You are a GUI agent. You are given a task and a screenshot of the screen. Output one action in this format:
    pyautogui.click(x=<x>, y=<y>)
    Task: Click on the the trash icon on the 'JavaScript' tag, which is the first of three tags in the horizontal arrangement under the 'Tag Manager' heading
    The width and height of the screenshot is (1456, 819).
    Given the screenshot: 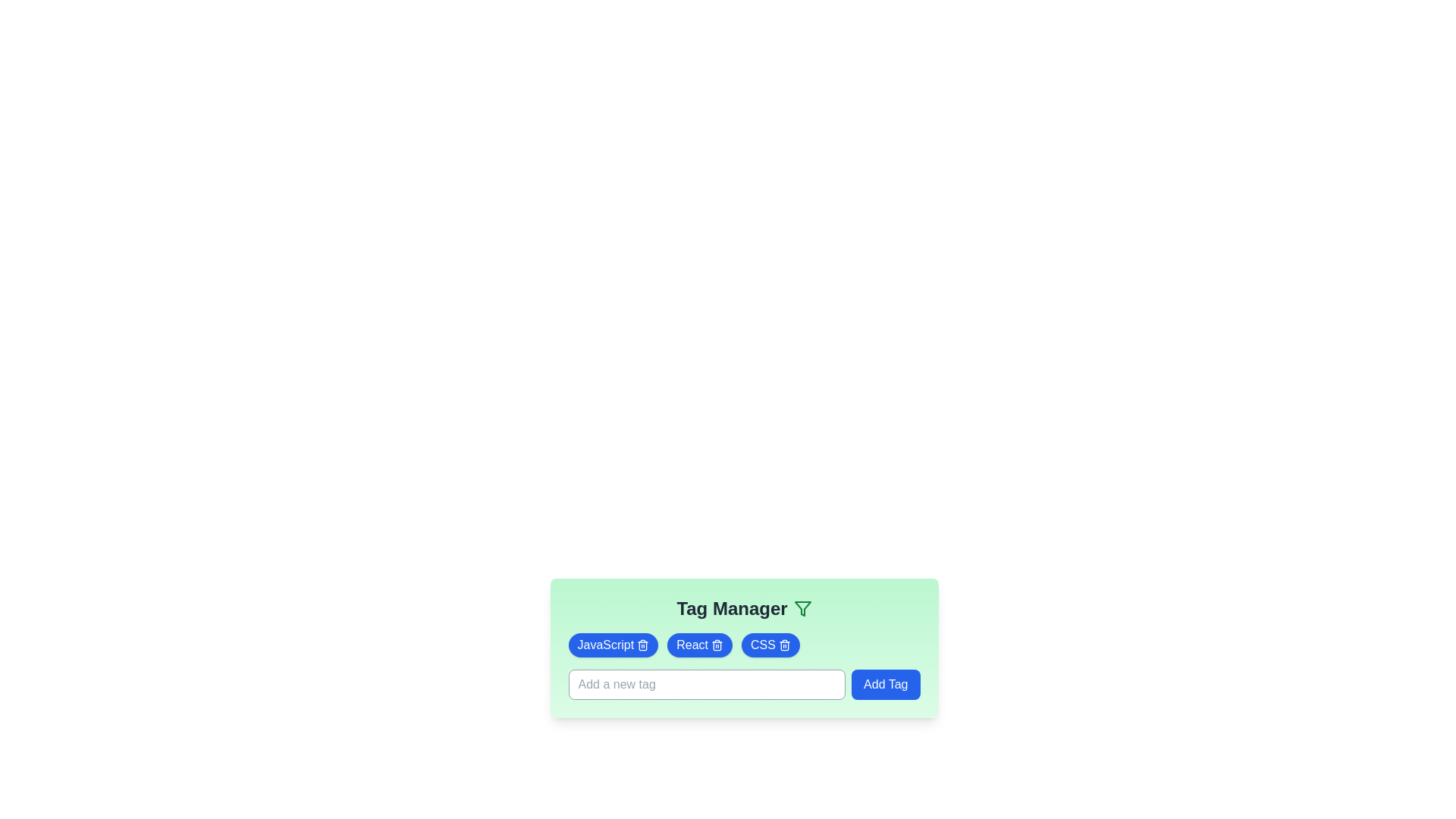 What is the action you would take?
    pyautogui.click(x=613, y=645)
    